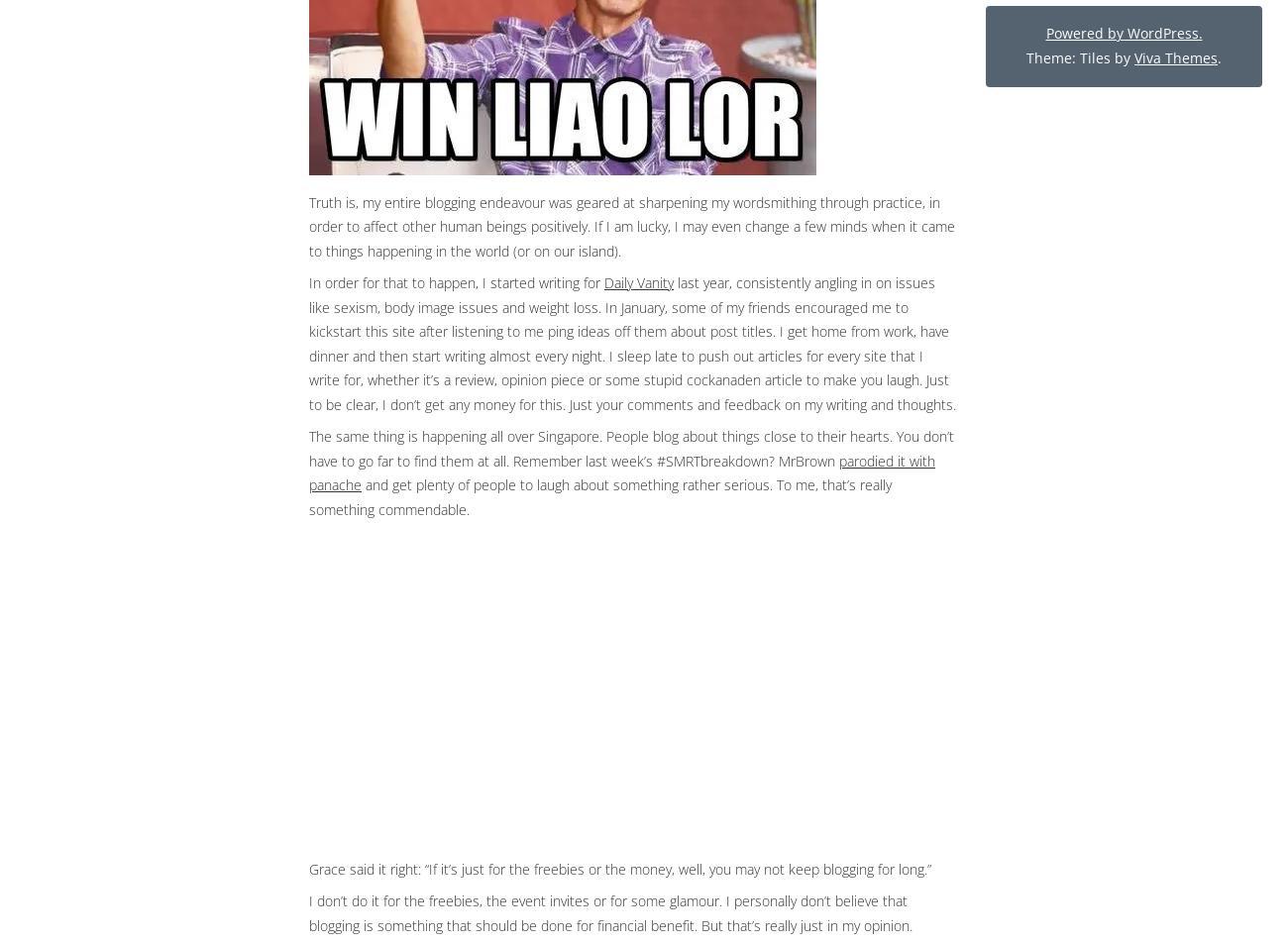 The image size is (1288, 944). I want to click on 'last year, consistently angling in on issues like sexism, body image issues and weight loss. In January, some of my friends encouraged me to kickstart this site after listening to me ping ideas off them about post titles. I get home from work, have dinner and then start writing almost every night. I sleep late to push out articles for every site that I write for, whether it’s a review, opinion piece or some stupid cockanaden article to make you laugh. Just to be clear, I don’t get any money for this. Just your comments and feedback on my writing and thoughts.', so click(309, 342).